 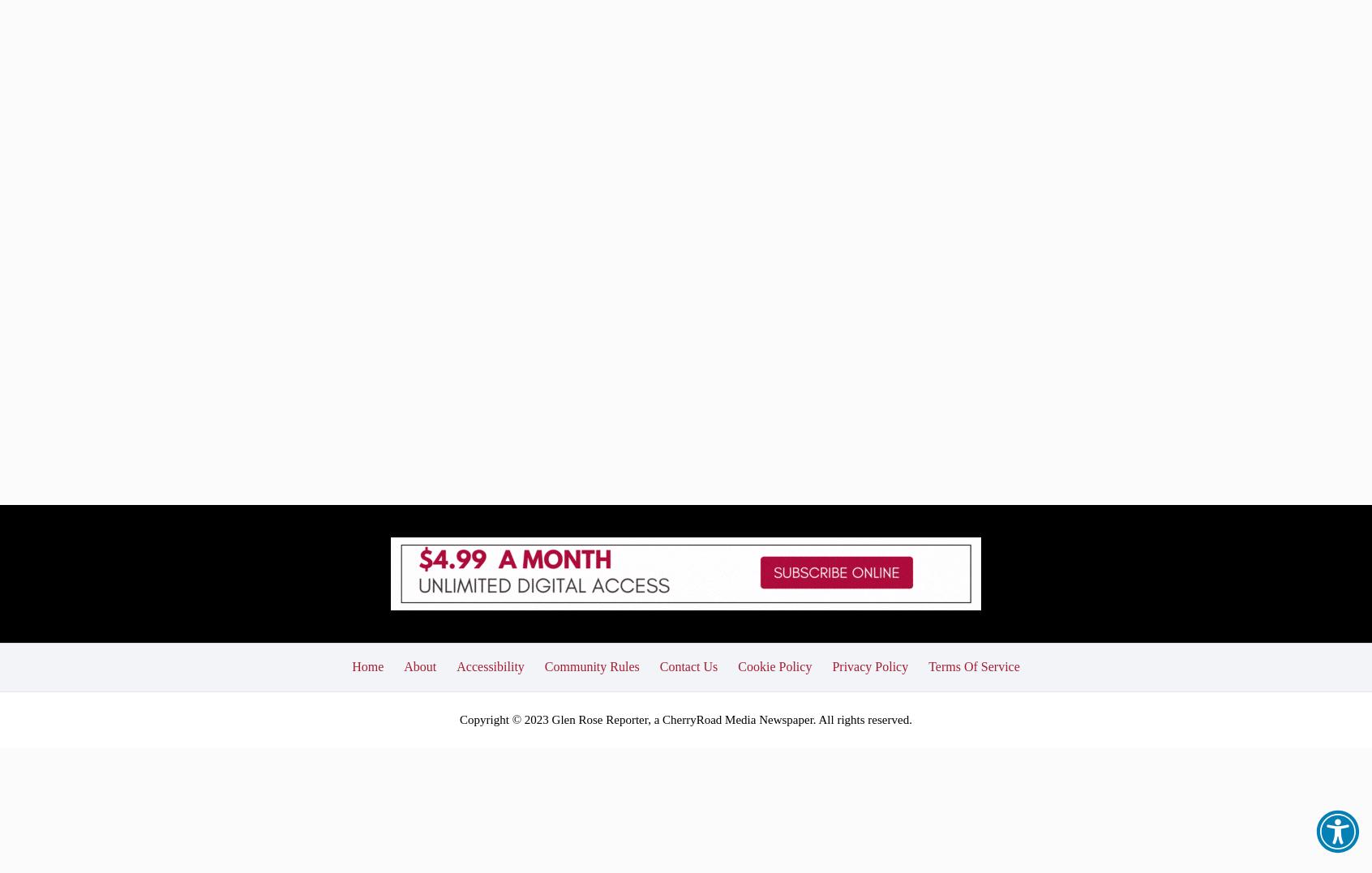 I want to click on 'Contact Us', so click(x=688, y=546).